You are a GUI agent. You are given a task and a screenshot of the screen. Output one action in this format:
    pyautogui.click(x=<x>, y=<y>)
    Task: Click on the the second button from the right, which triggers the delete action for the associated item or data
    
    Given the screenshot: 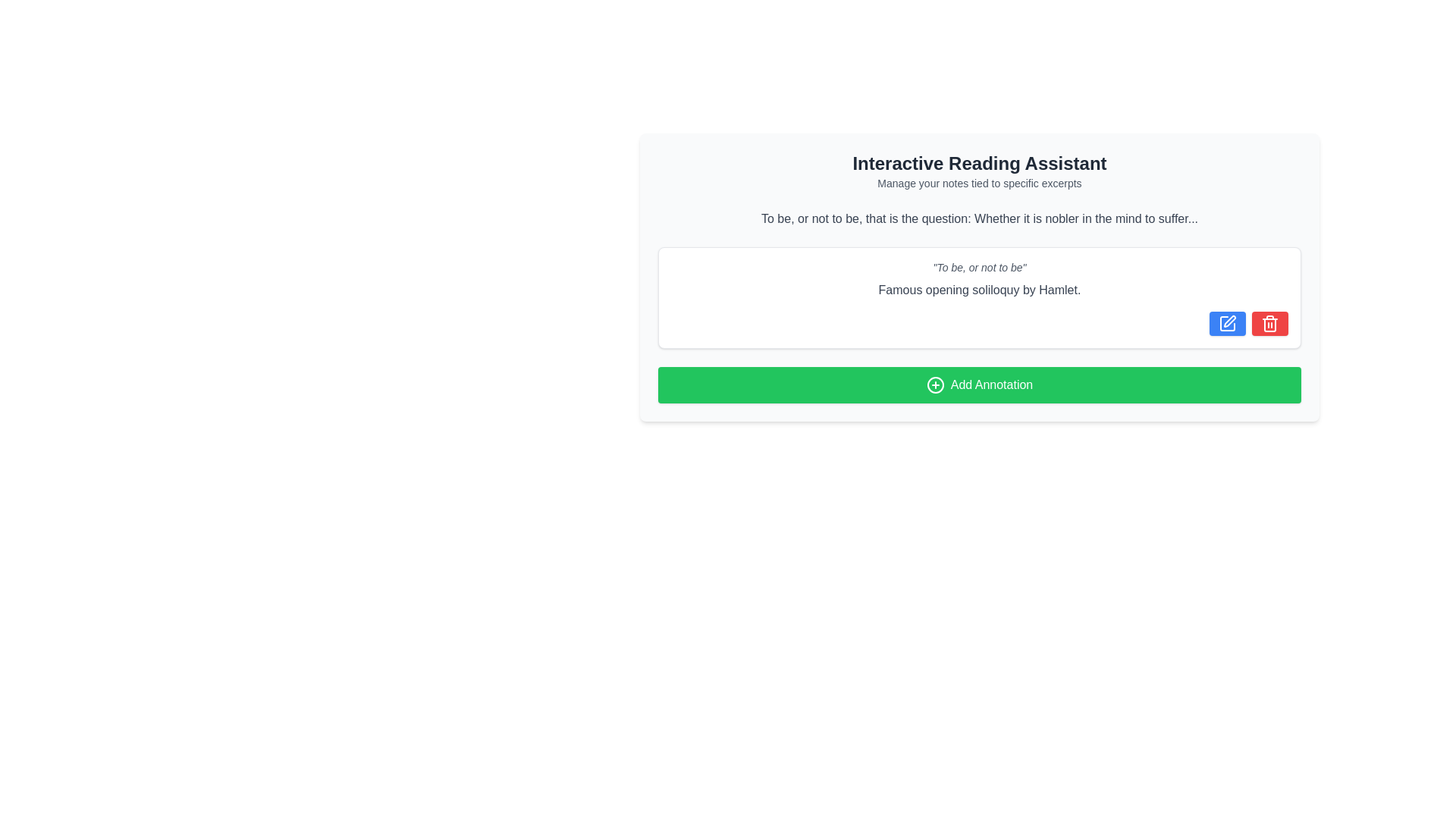 What is the action you would take?
    pyautogui.click(x=1270, y=323)
    